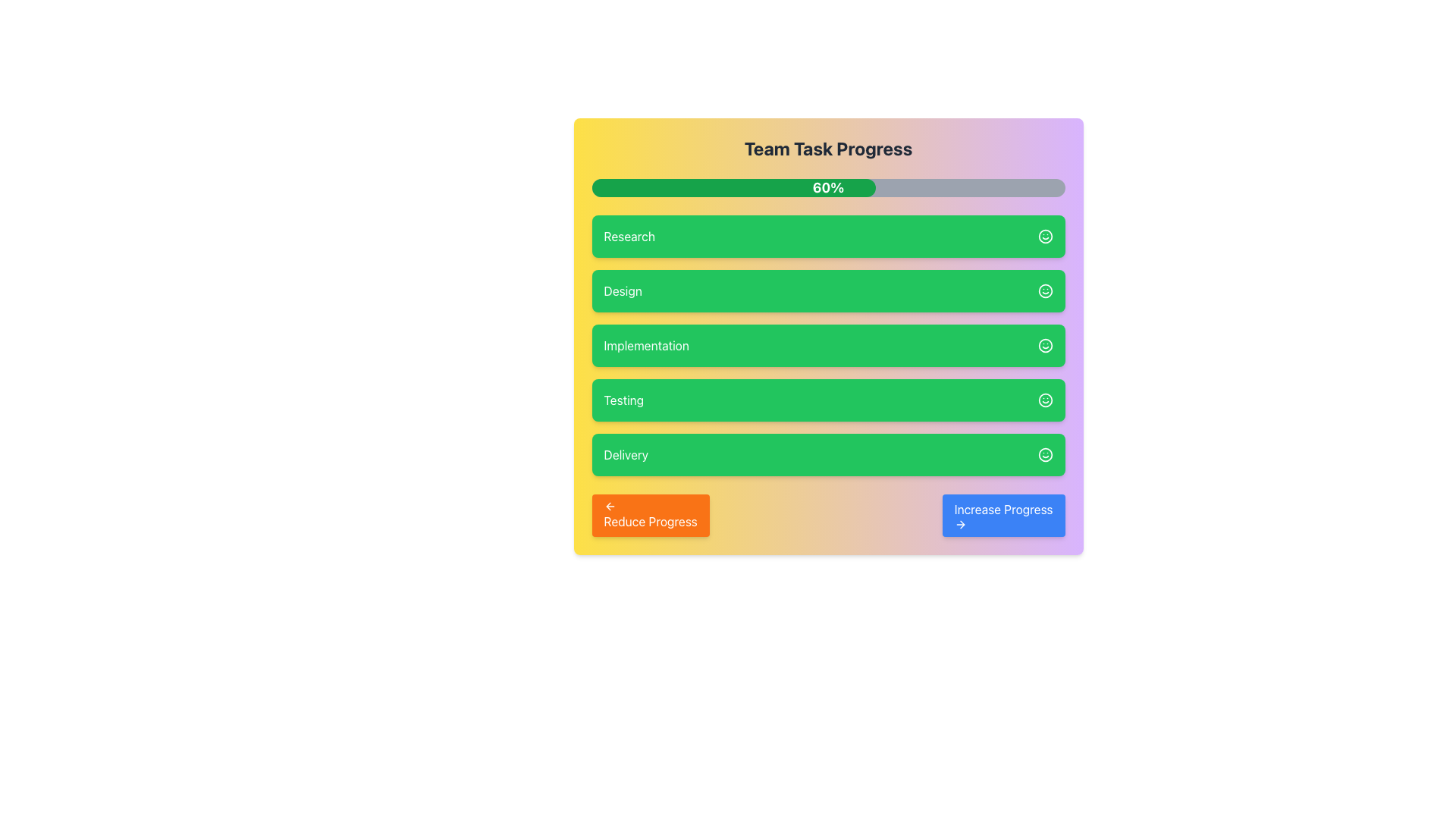 The image size is (1456, 819). I want to click on the 'Delivery' text label located in the lower part of the interface, which signifies a section or status within a green rectangle among a list of similar elements, so click(626, 454).